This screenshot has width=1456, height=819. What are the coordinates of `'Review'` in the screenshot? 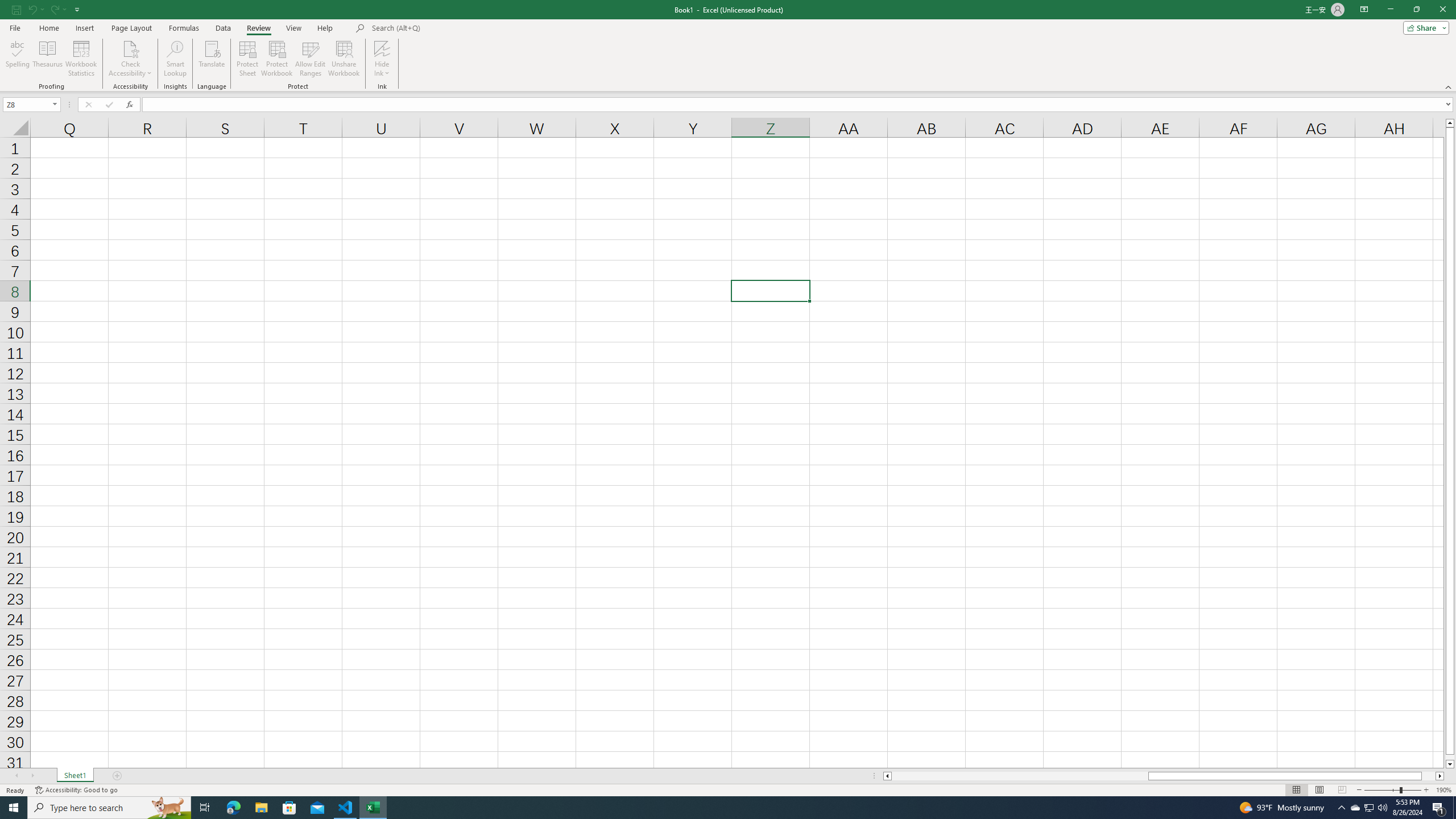 It's located at (258, 28).